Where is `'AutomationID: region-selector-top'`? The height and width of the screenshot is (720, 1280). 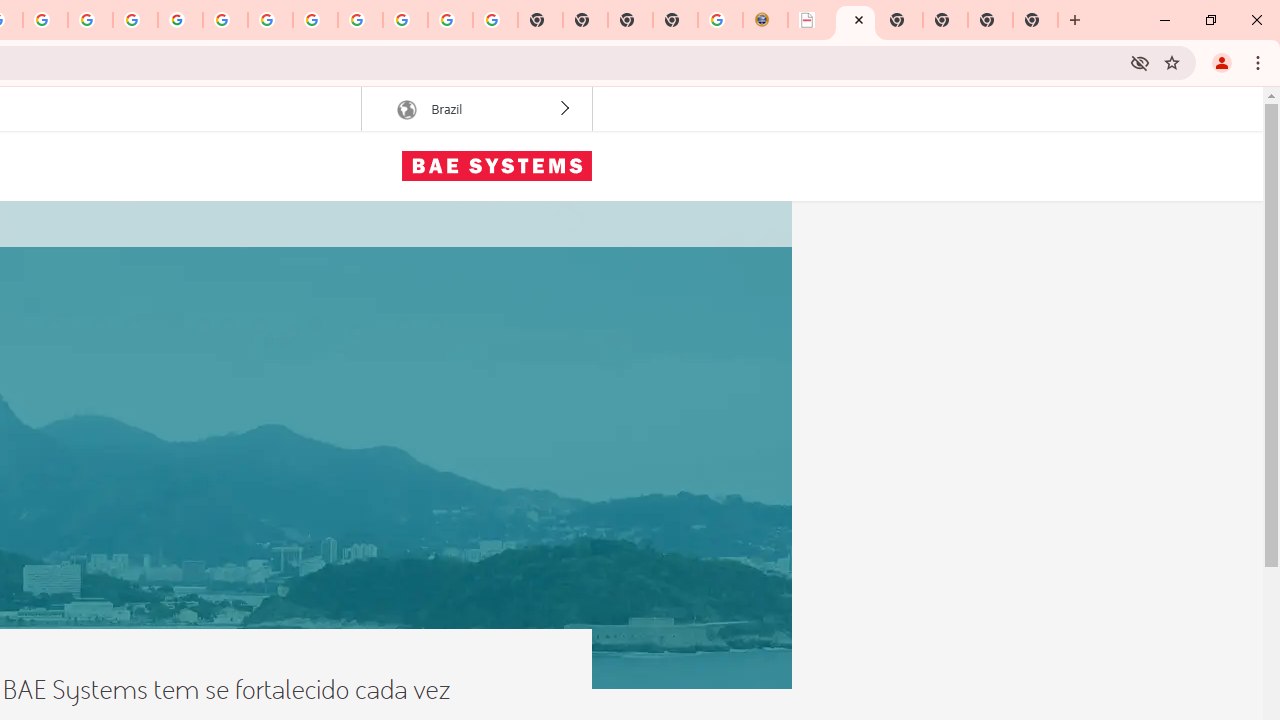
'AutomationID: region-selector-top' is located at coordinates (475, 109).